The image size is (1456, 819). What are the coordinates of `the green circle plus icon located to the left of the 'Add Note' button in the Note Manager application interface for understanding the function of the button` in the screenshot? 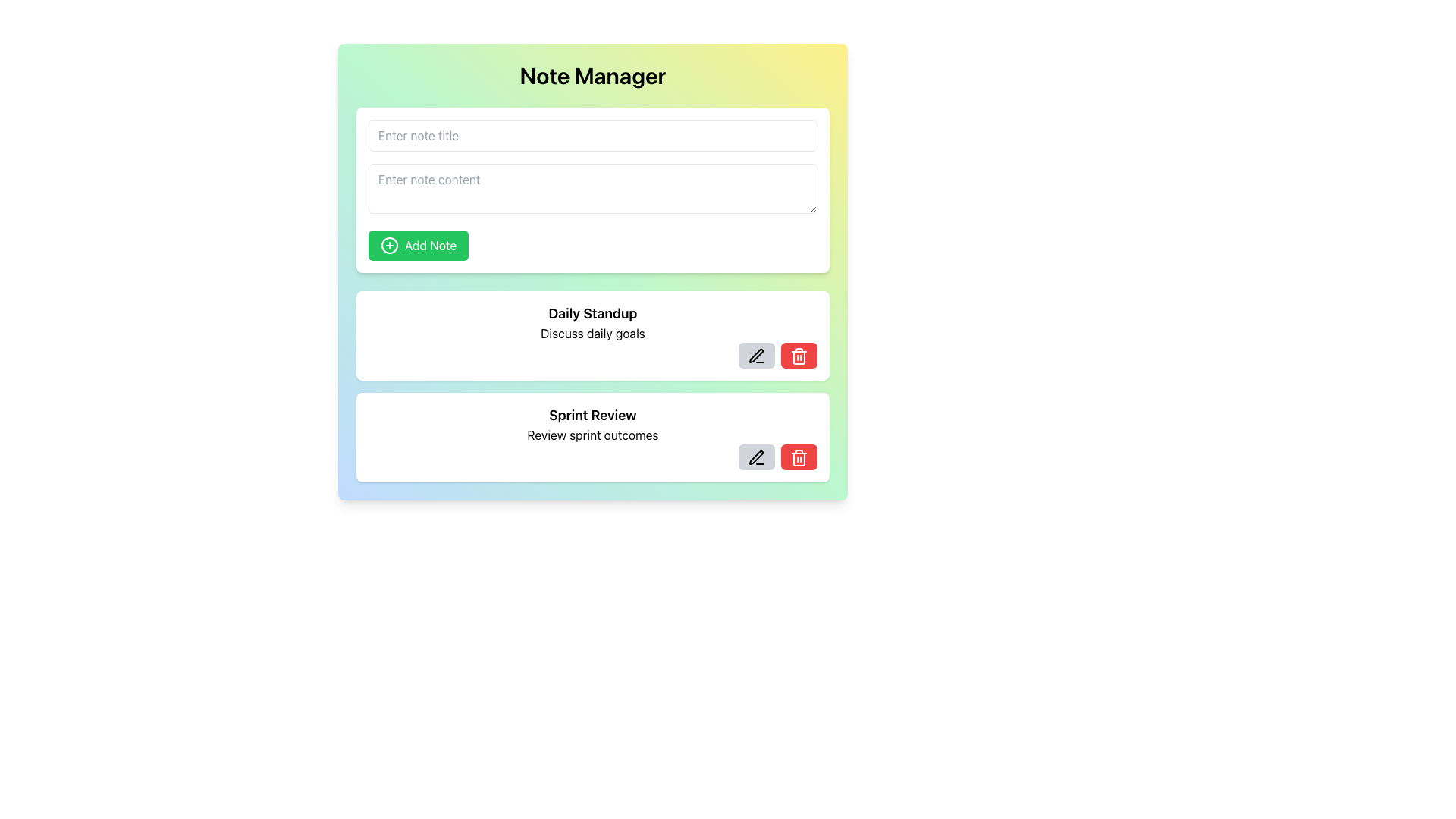 It's located at (389, 245).